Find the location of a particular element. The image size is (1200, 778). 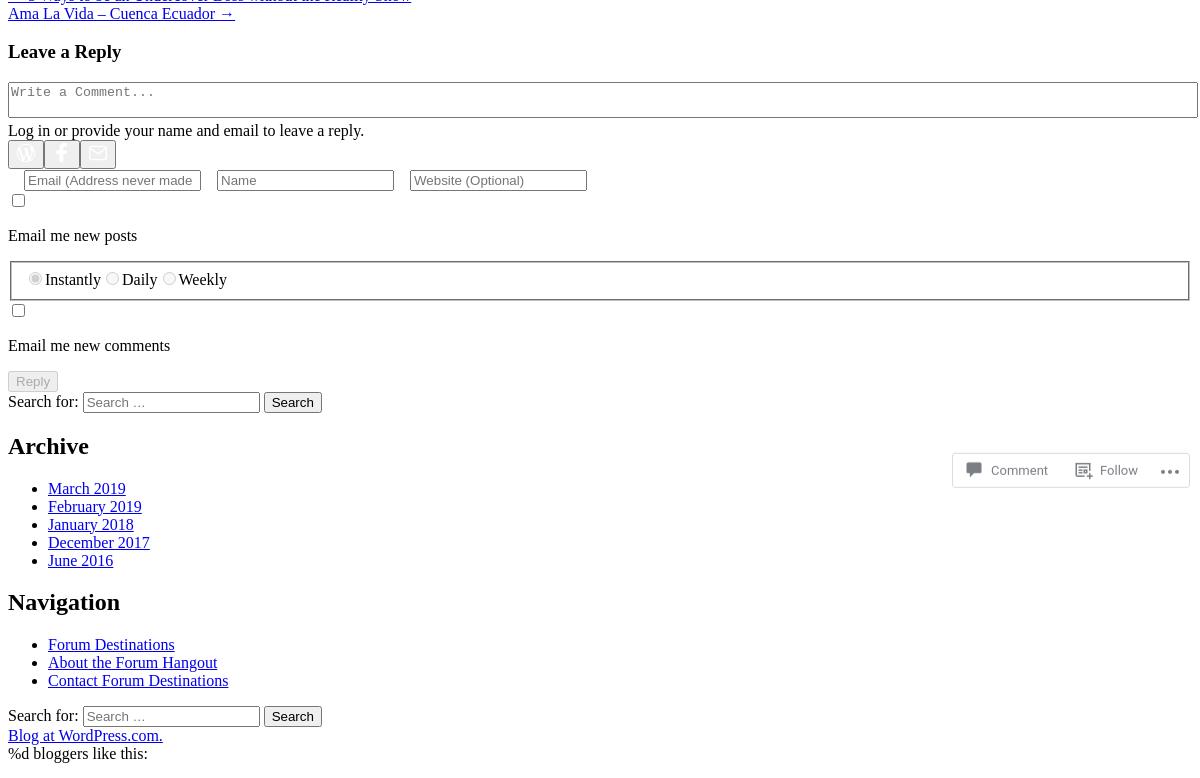

'Daily' is located at coordinates (139, 278).